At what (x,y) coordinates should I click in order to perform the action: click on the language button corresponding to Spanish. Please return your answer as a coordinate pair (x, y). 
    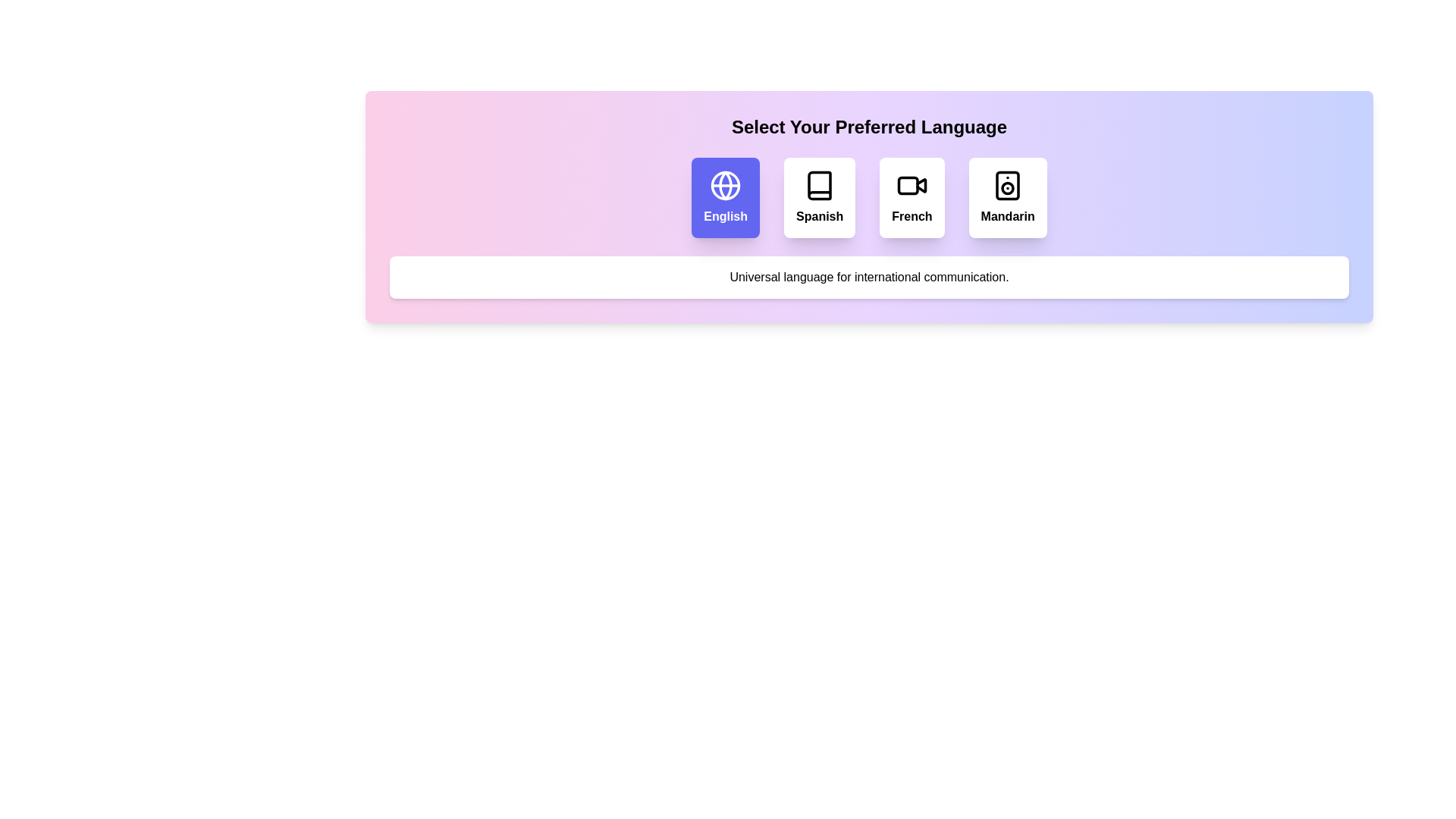
    Looking at the image, I should click on (818, 197).